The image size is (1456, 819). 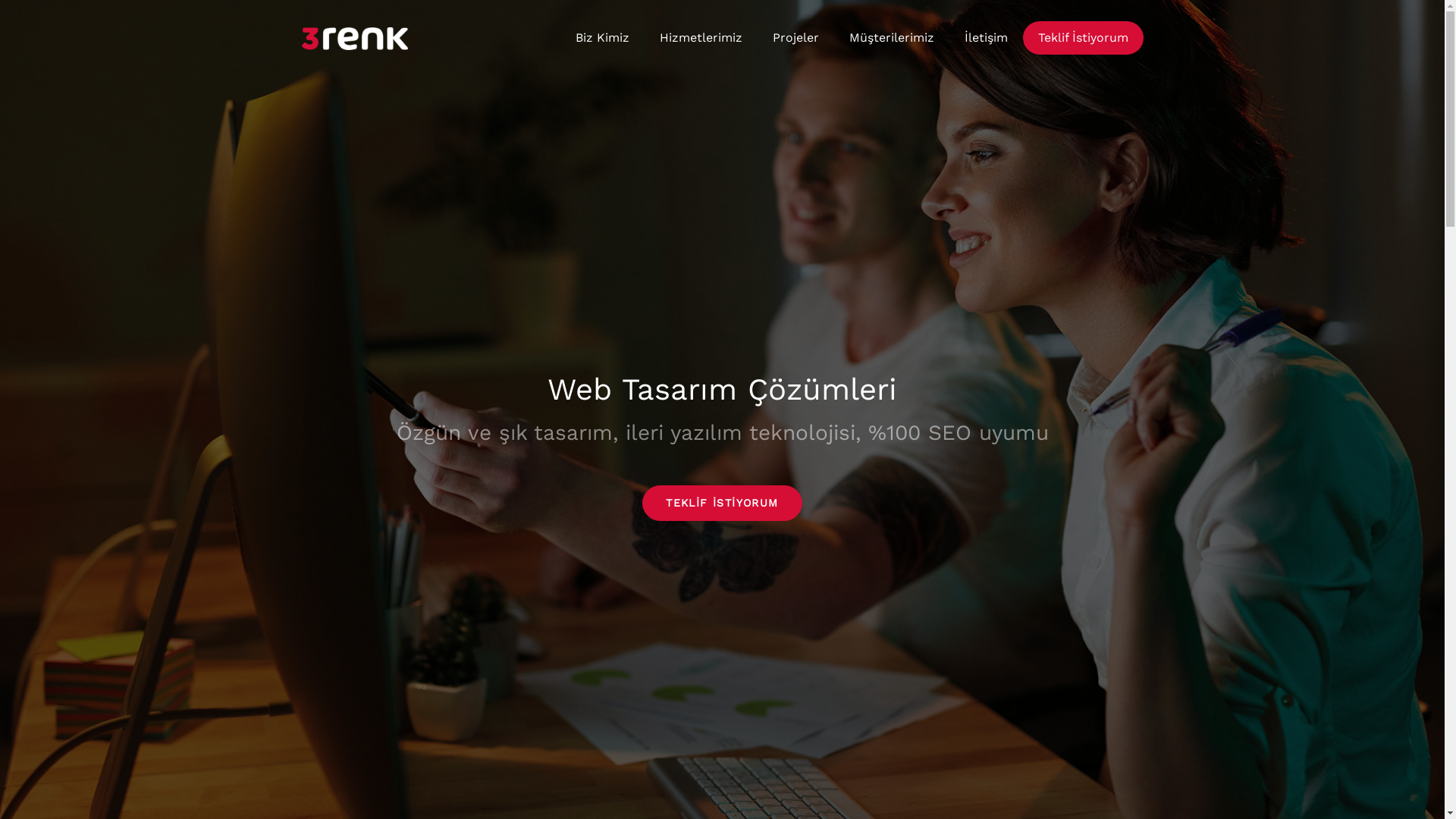 What do you see at coordinates (794, 37) in the screenshot?
I see `'Projeler'` at bounding box center [794, 37].